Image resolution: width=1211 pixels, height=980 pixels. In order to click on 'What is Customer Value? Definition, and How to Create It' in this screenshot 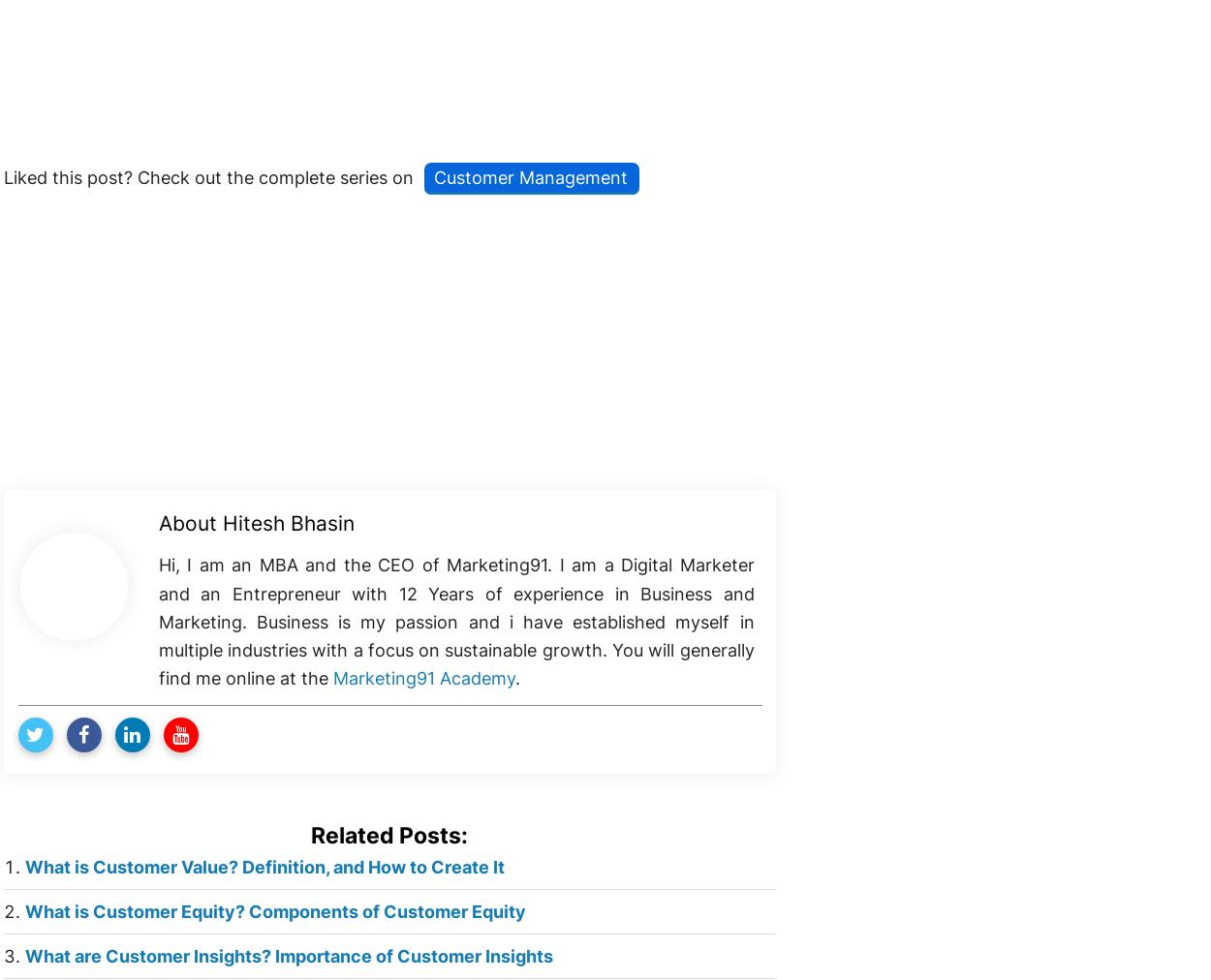, I will do `click(264, 866)`.